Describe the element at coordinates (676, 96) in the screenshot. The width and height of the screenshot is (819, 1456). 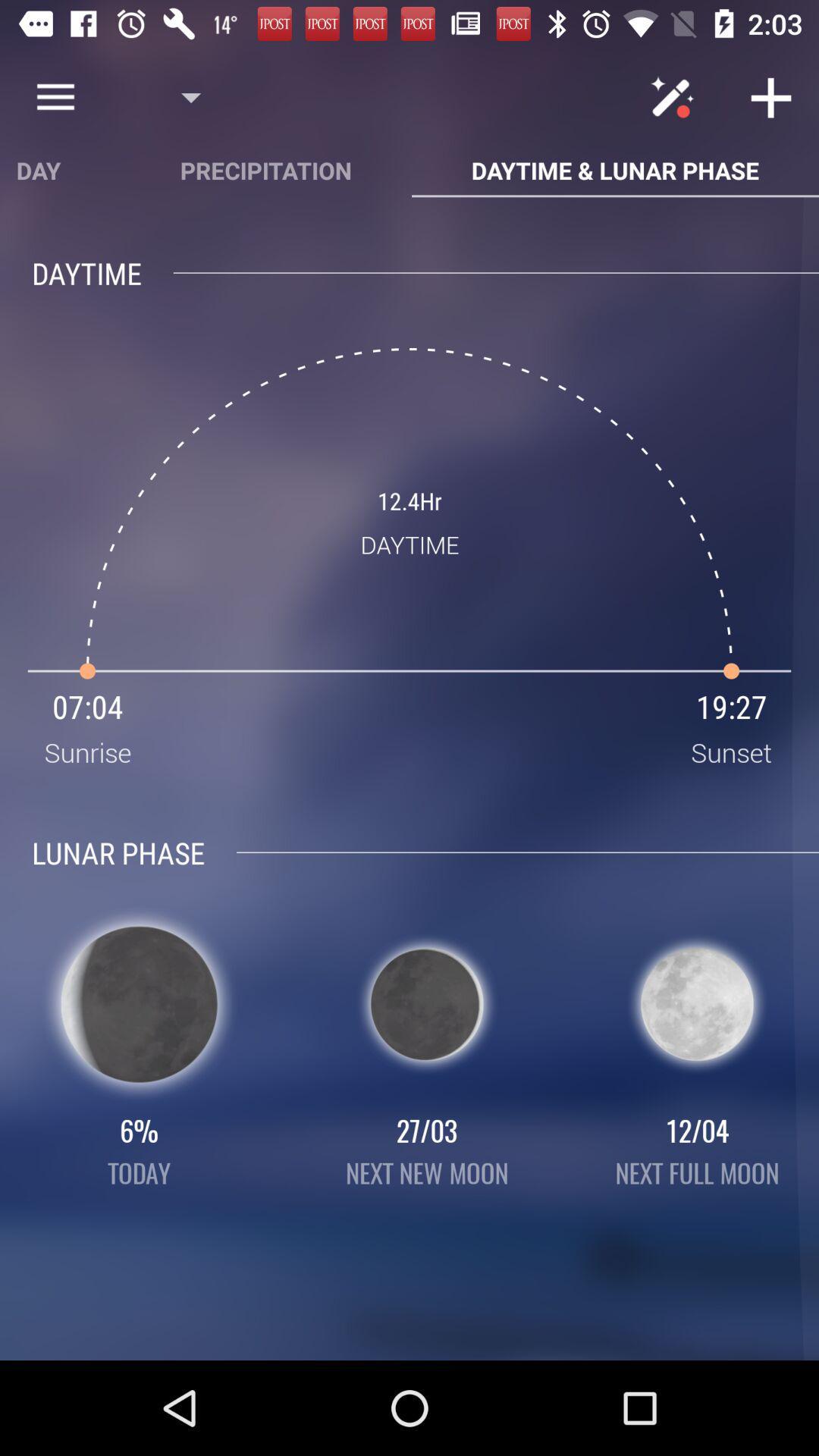
I see `the icon which is above the text daytimelunar phase` at that location.